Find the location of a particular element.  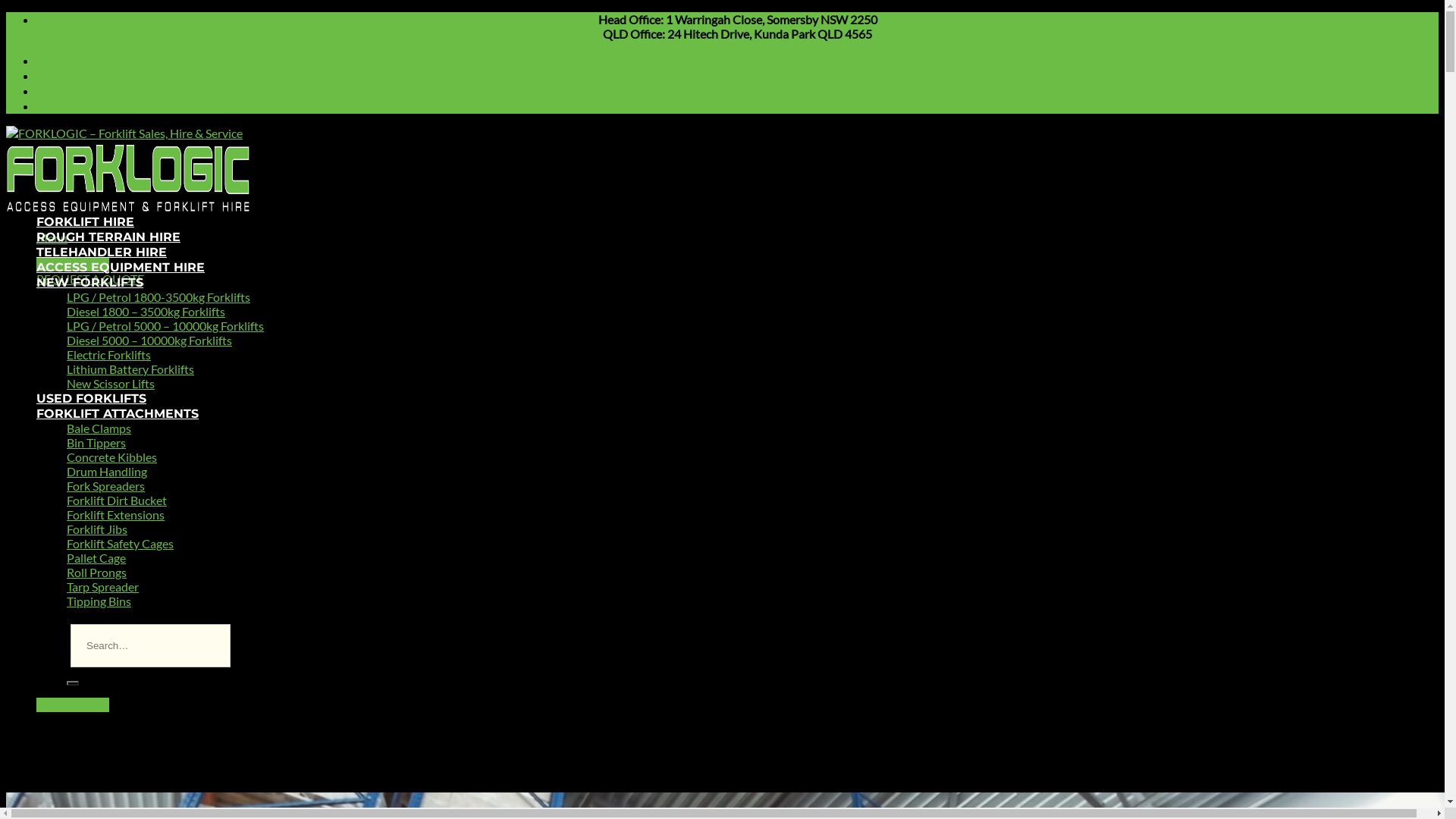

'Rental Terms & Conditions' is located at coordinates (121, 76).